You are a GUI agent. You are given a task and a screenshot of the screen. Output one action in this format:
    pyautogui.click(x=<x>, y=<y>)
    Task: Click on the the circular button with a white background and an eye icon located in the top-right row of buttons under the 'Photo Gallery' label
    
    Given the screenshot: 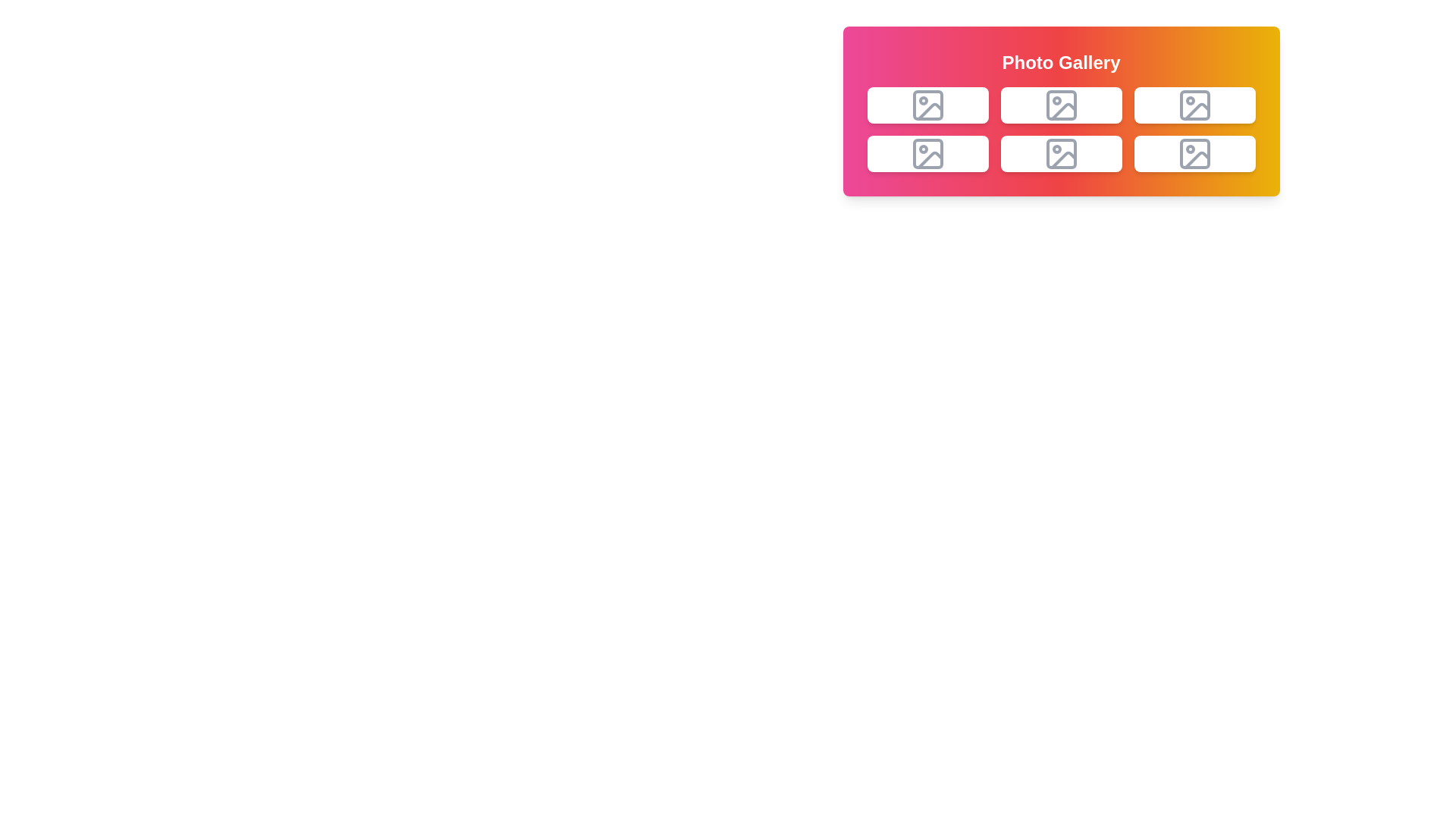 What is the action you would take?
    pyautogui.click(x=1040, y=104)
    